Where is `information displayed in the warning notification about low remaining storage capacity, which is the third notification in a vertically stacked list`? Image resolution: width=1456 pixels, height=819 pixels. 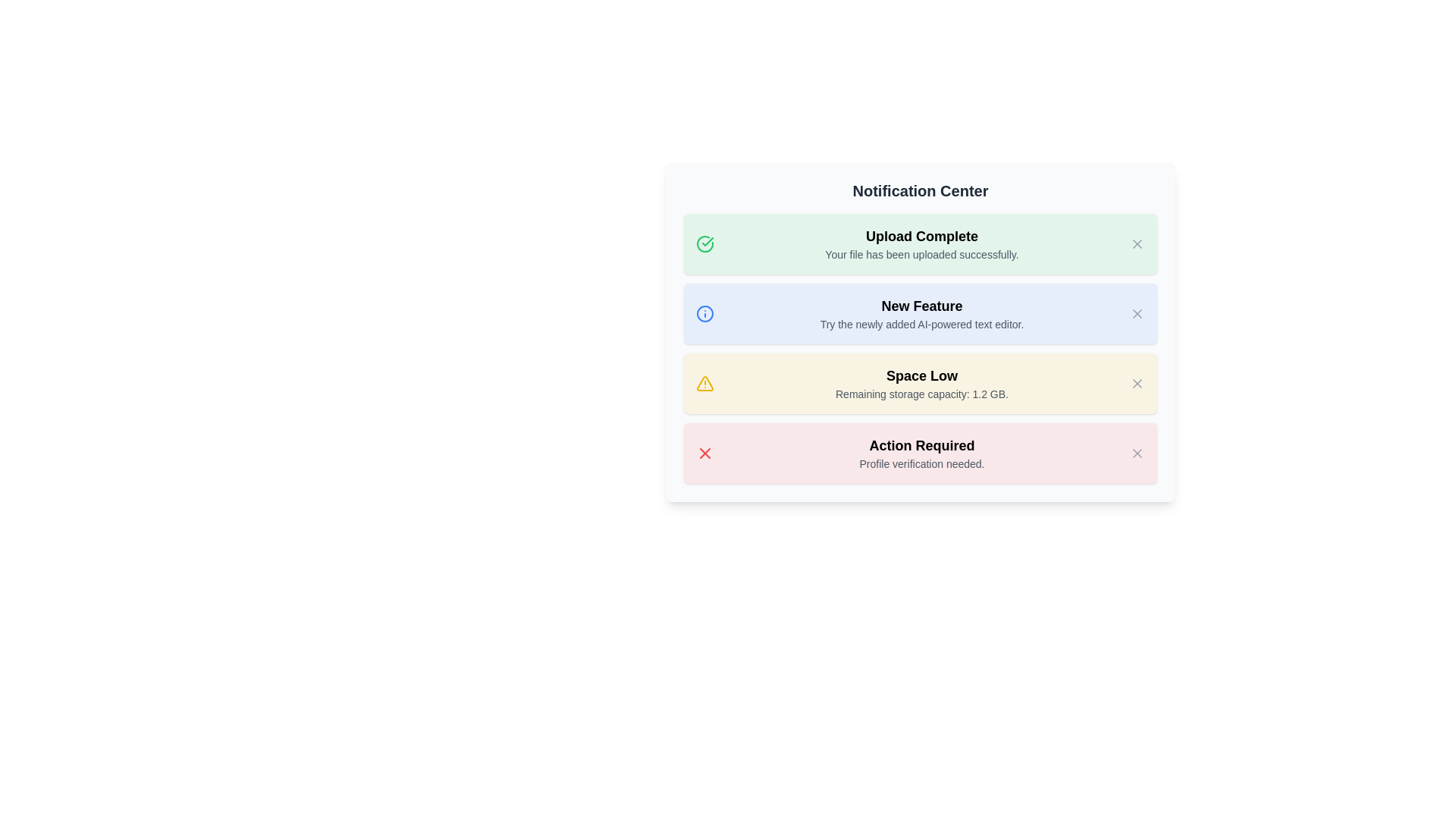 information displayed in the warning notification about low remaining storage capacity, which is the third notification in a vertically stacked list is located at coordinates (920, 382).